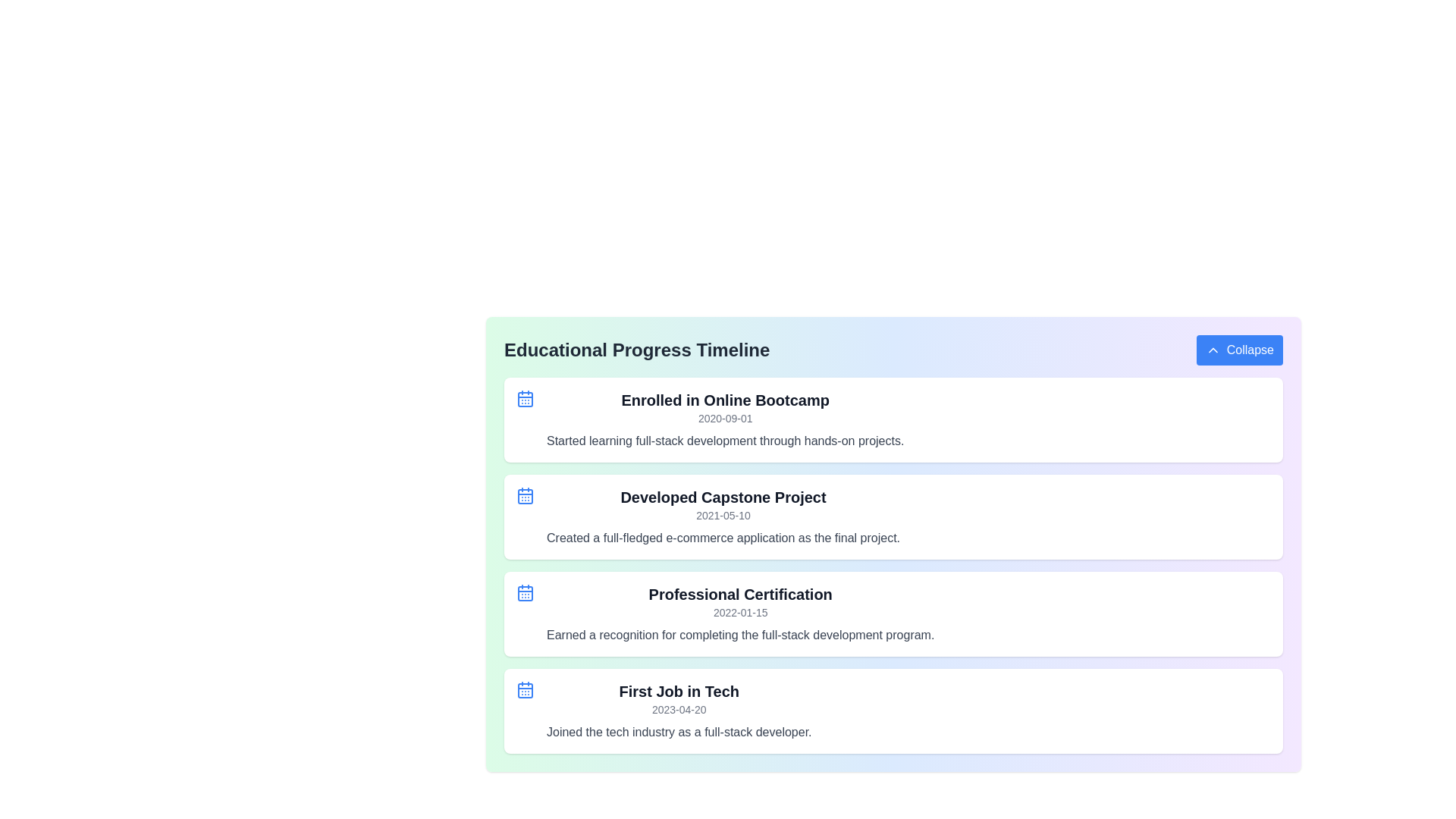  Describe the element at coordinates (678, 710) in the screenshot. I see `the static text label that displays the date associated with the 'First Job in Tech' entry in the timeline, located beneath the title and above the description` at that location.